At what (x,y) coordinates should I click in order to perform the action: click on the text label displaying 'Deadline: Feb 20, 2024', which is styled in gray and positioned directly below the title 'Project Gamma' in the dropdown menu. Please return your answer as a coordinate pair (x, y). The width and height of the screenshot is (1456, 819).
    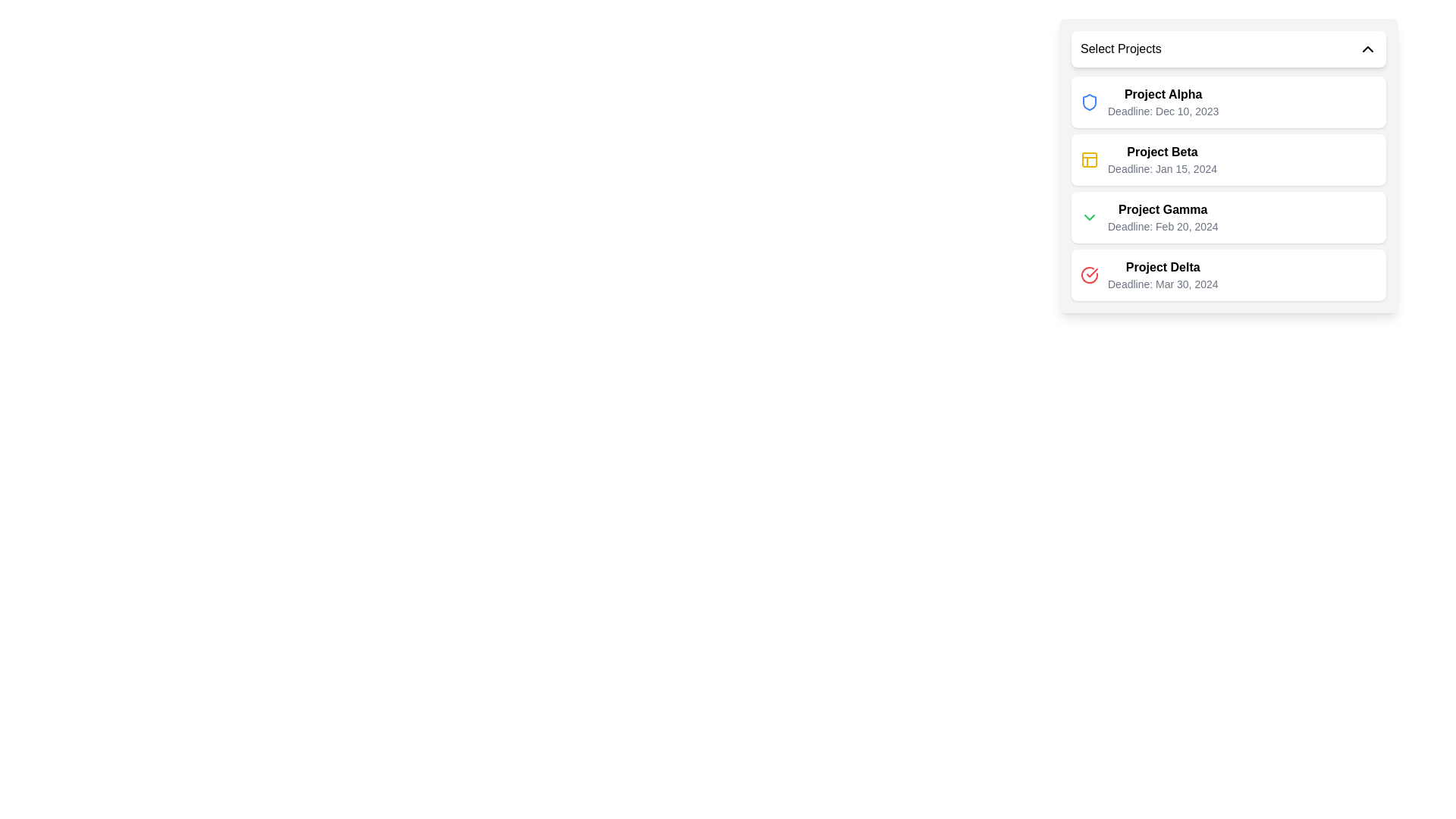
    Looking at the image, I should click on (1162, 227).